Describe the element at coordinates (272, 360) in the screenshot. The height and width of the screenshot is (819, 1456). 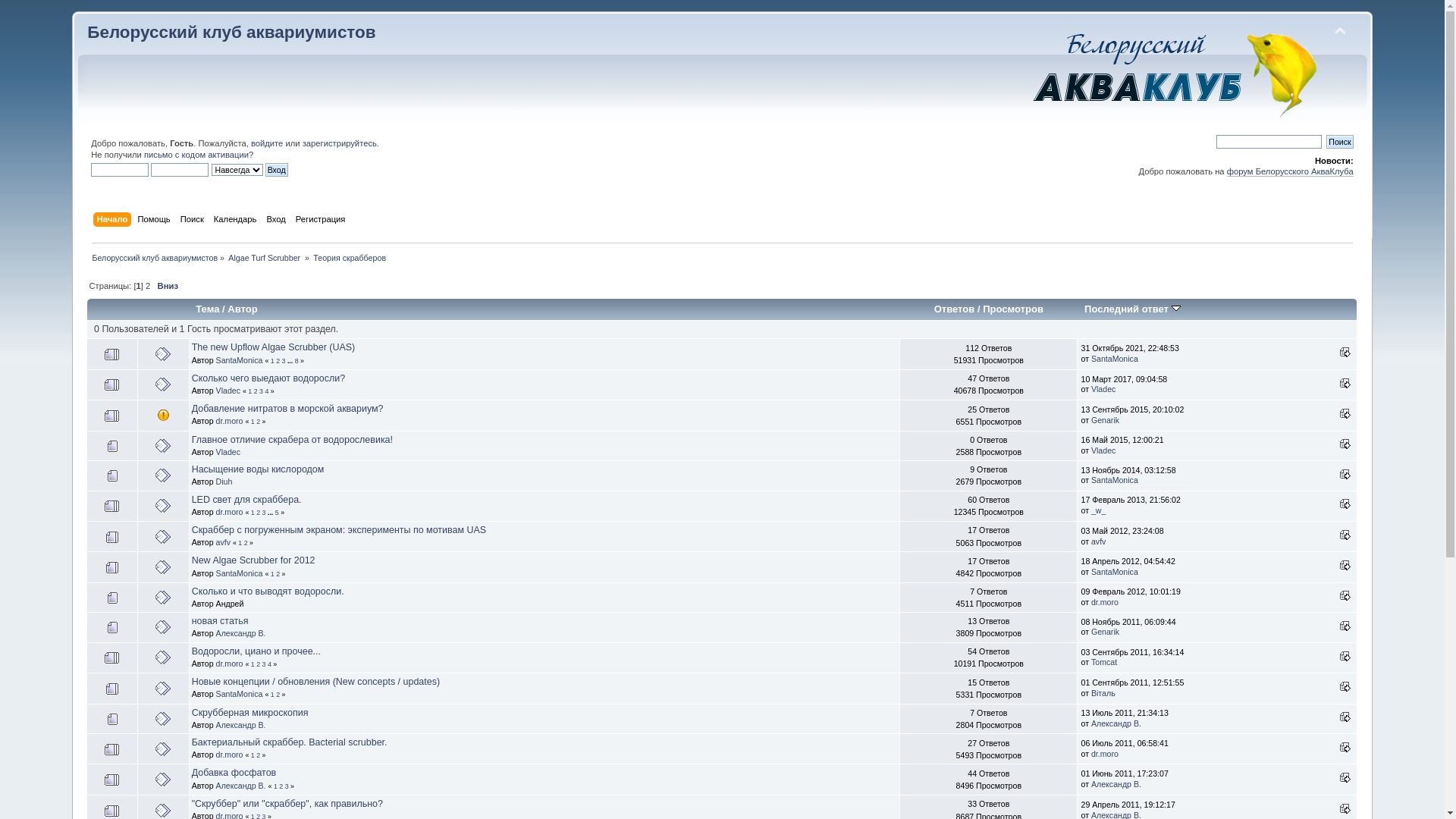
I see `'1'` at that location.